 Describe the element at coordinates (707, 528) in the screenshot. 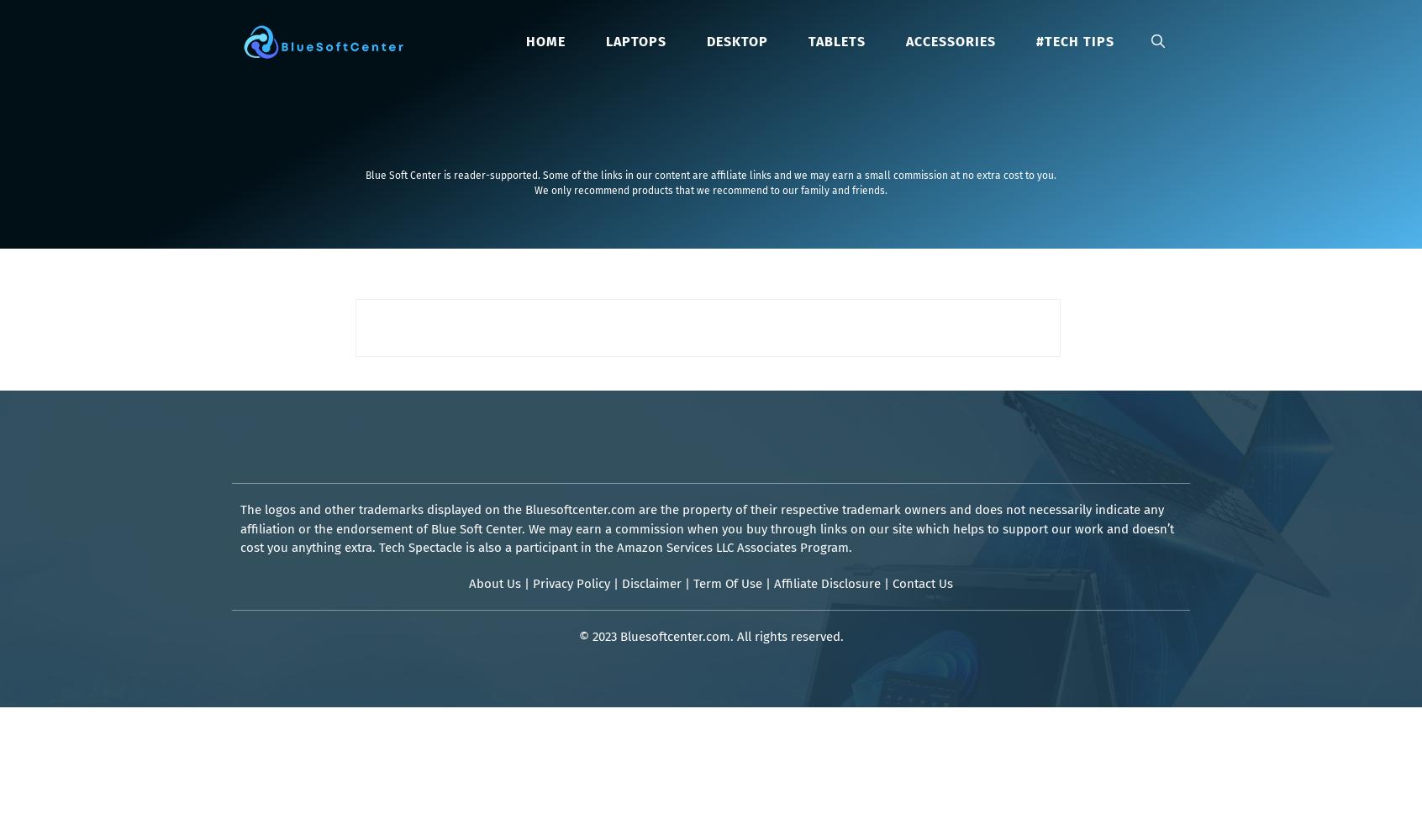

I see `'The logos and other trademarks displayed on the Bluesoftcenter.com are the property of their respective trademark owners and does not necessarily indicate any affiliation or the endorsement of Blue Soft Center. We may earn a commission when you buy through links on our site which helps to support our work and doesn’t cost you anything extra. Tech Spectacle is also a participant in the Amazon Services LLC Associates Program.'` at that location.